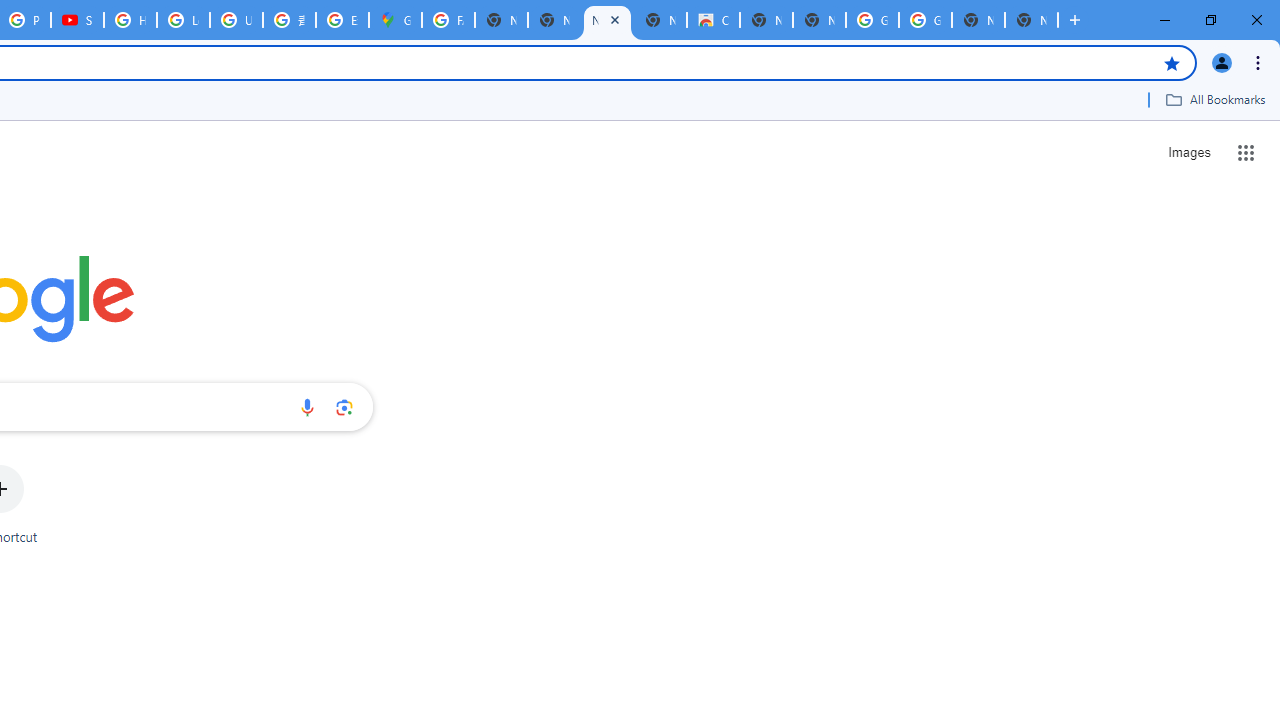 The height and width of the screenshot is (720, 1280). I want to click on 'Subscriptions - YouTube', so click(77, 20).